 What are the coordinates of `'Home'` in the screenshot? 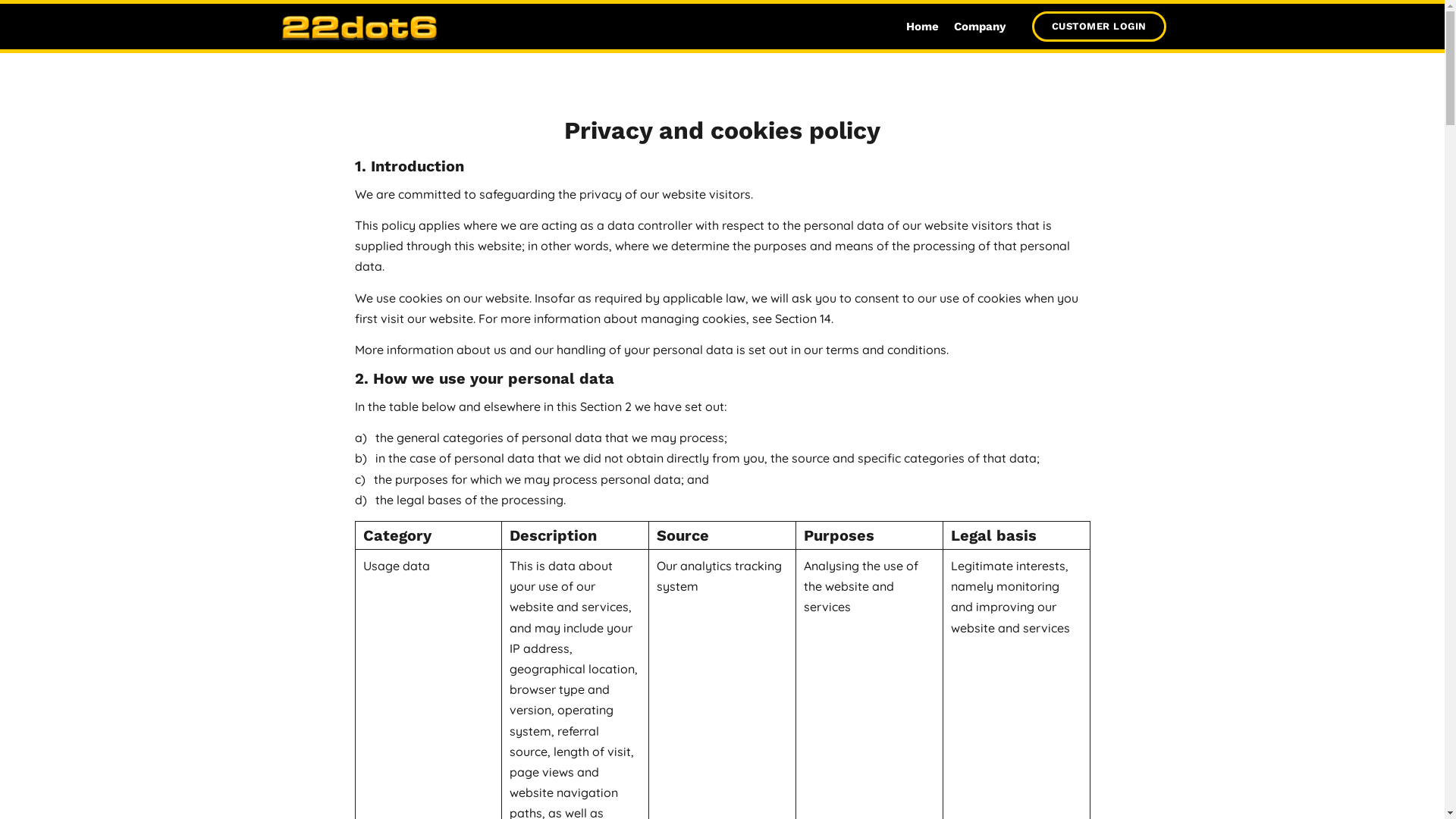 It's located at (902, 26).